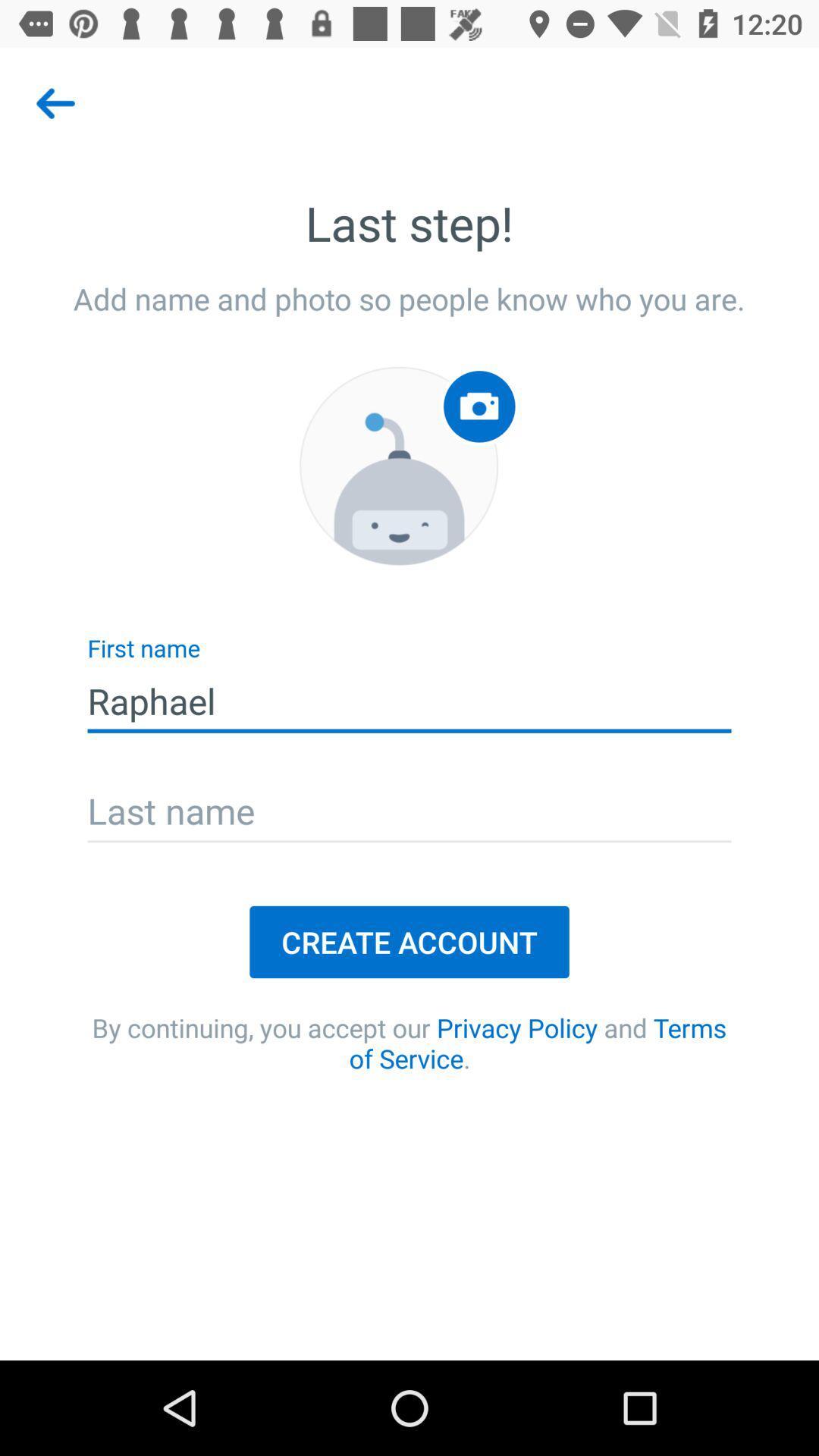 This screenshot has height=1456, width=819. Describe the element at coordinates (409, 941) in the screenshot. I see `the create account item` at that location.